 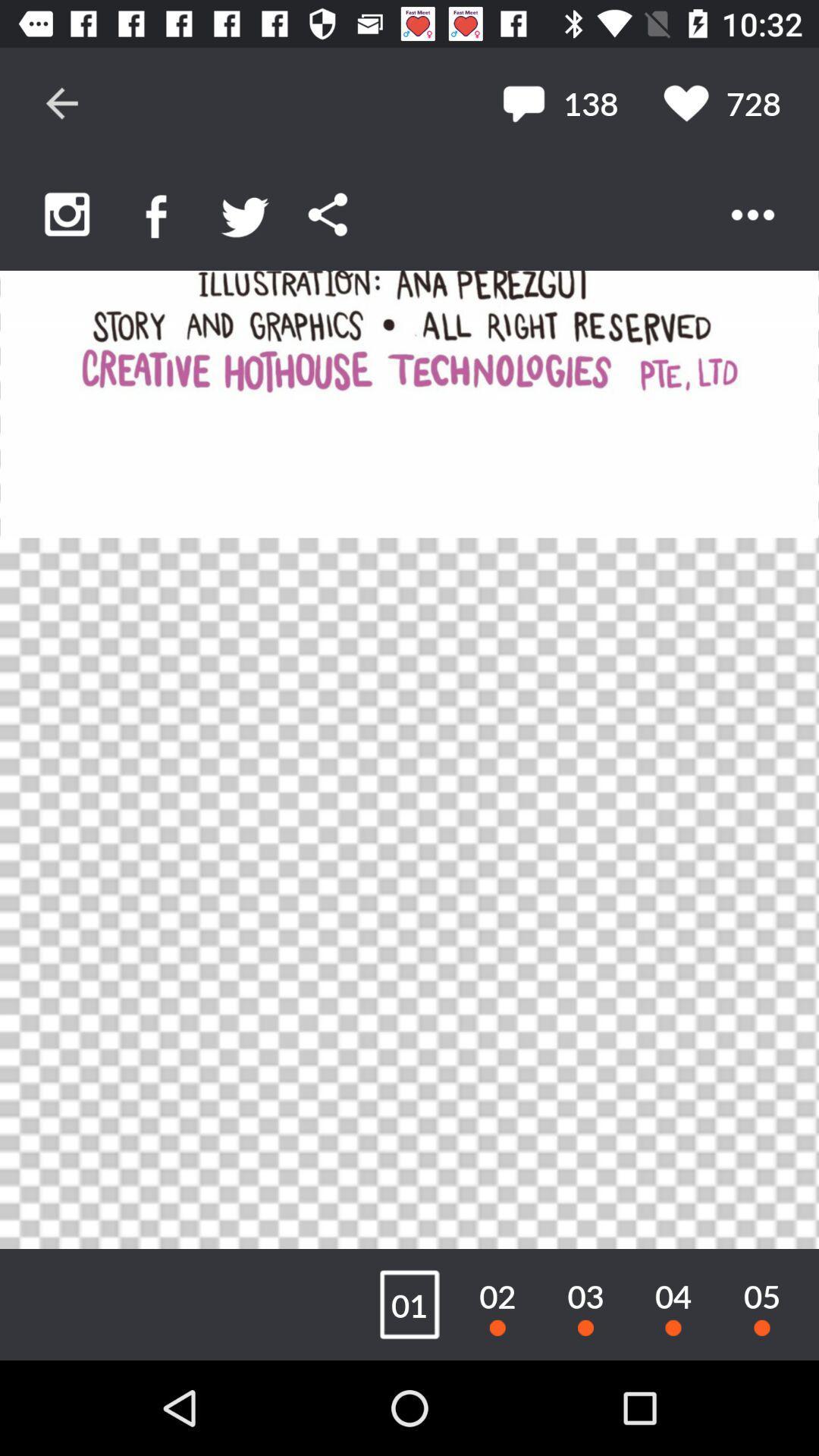 What do you see at coordinates (409, 1304) in the screenshot?
I see `the 01 icon` at bounding box center [409, 1304].